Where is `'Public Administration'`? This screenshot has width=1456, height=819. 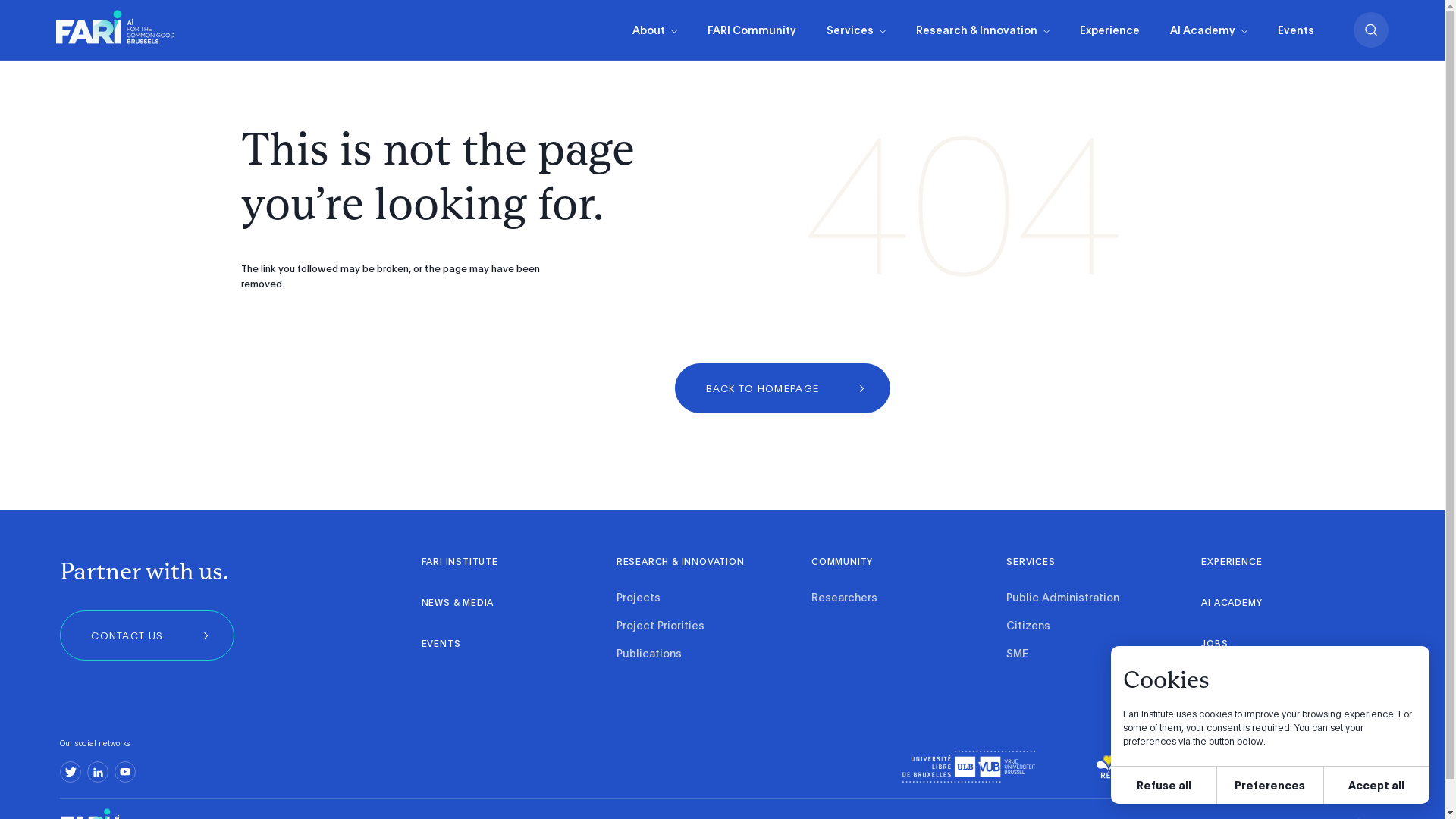 'Public Administration' is located at coordinates (1062, 598).